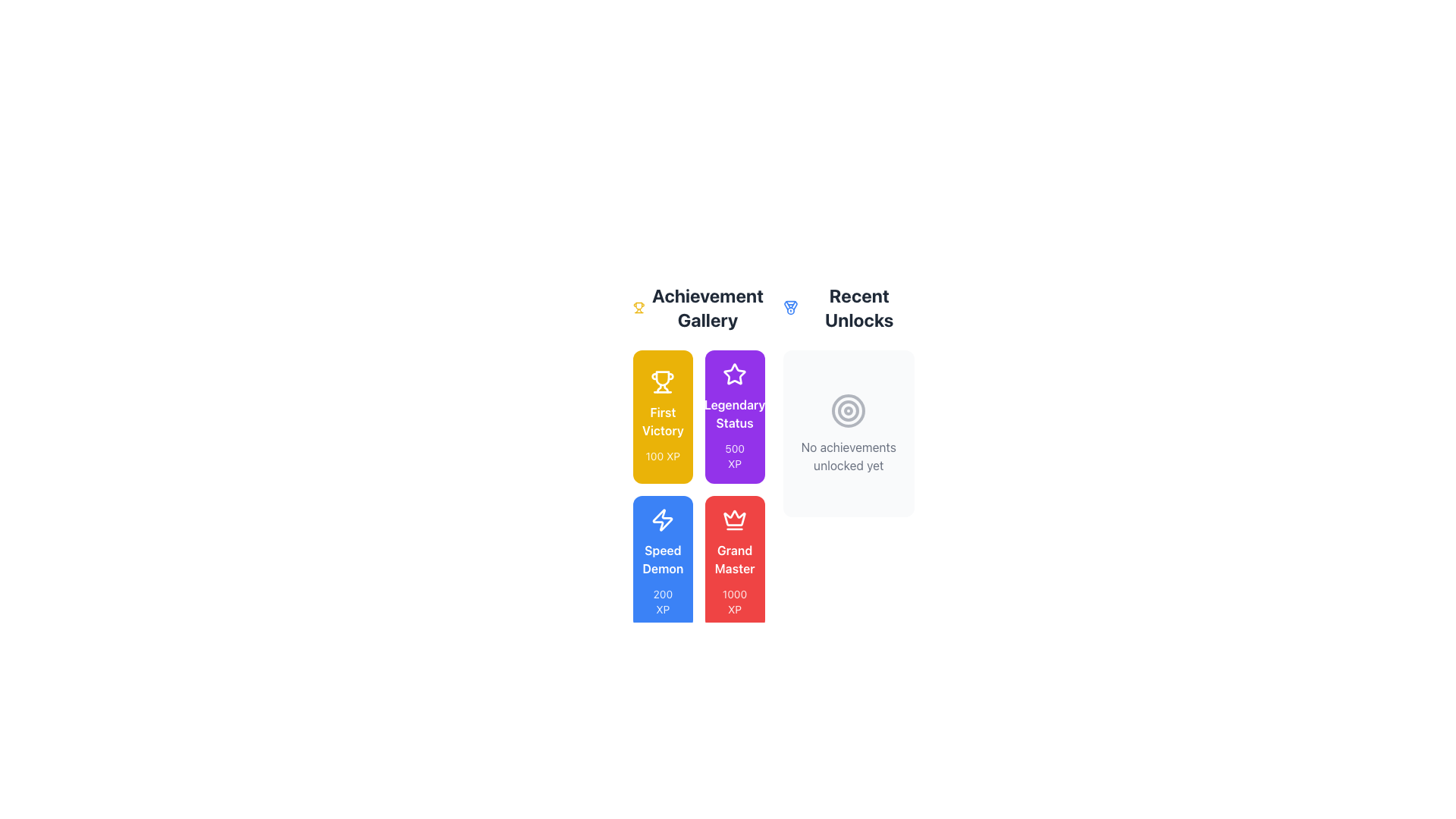 Image resolution: width=1456 pixels, height=819 pixels. What do you see at coordinates (735, 562) in the screenshot?
I see `the 'Grand Master' achievement card in the bottom-right area of the Achievement Gallery, which represents an accomplishment with a reward of 1000 XP` at bounding box center [735, 562].